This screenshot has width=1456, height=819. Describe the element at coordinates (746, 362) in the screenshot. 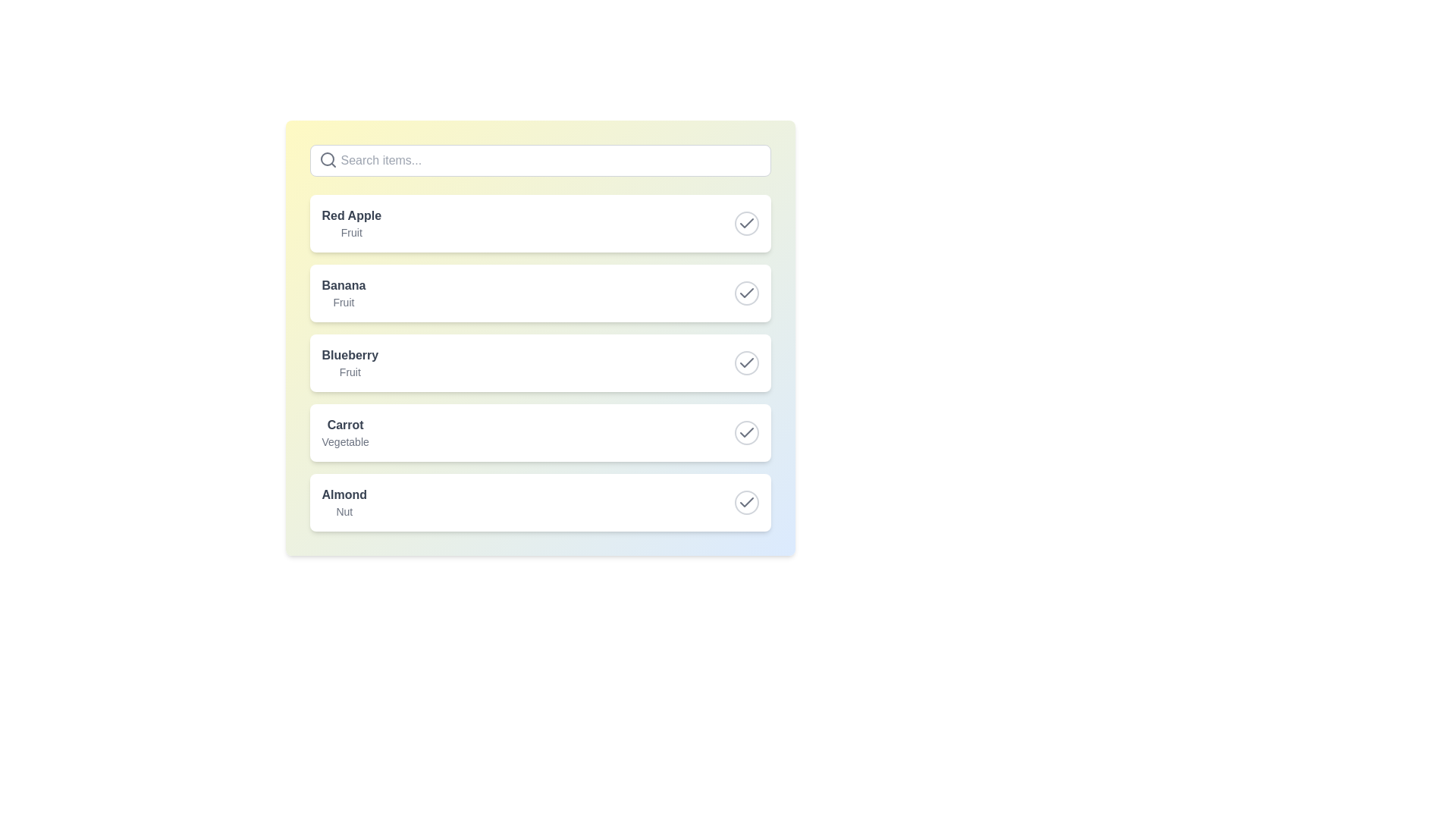

I see `the checkbox styled as a circular icon with a checkmark in the center, located within the Blueberry entry in the list` at that location.